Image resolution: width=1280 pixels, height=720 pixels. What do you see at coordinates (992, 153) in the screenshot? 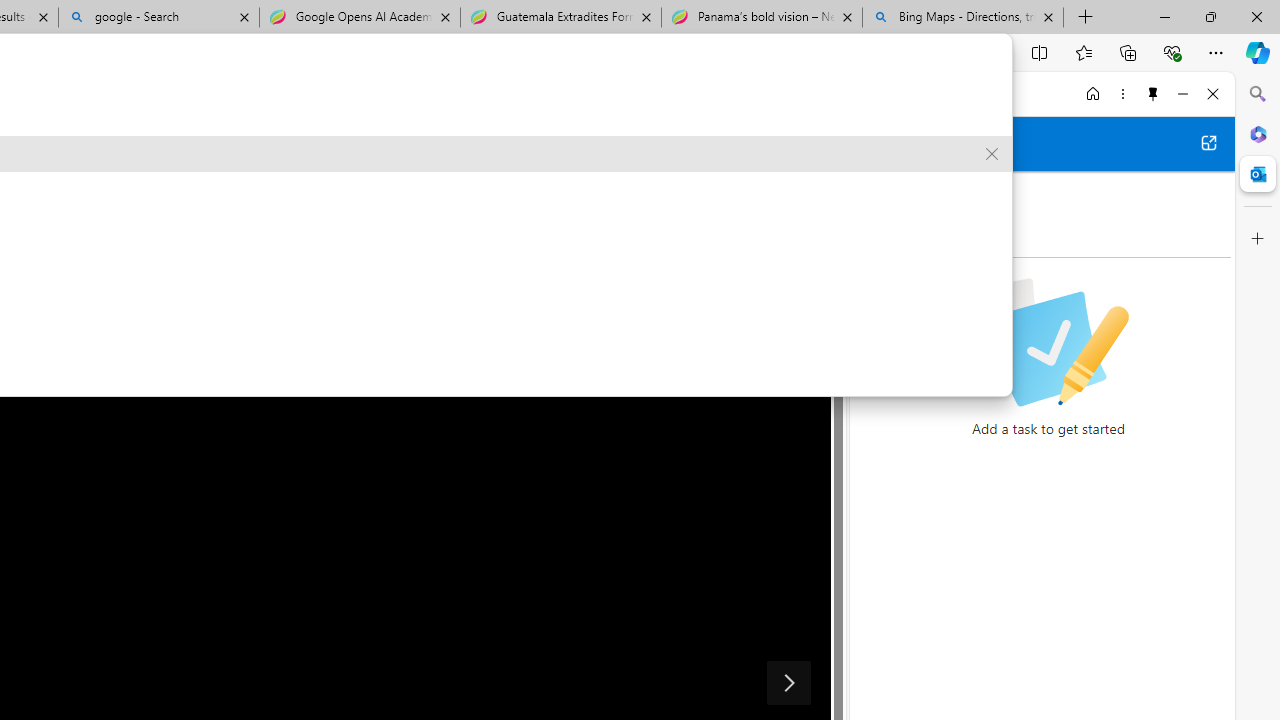
I see `'Remove suggestion'` at bounding box center [992, 153].